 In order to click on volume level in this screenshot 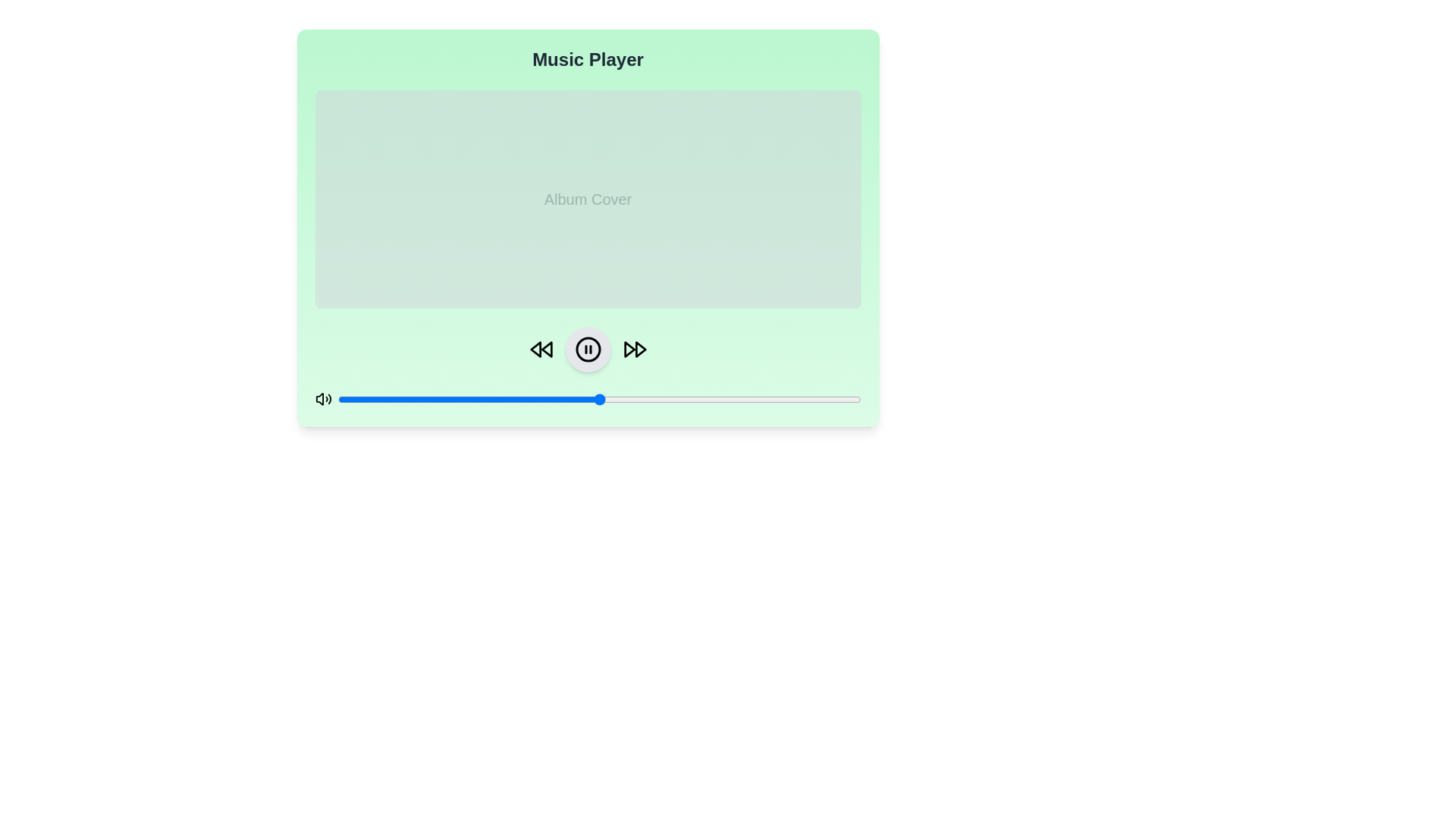, I will do `click(546, 399)`.